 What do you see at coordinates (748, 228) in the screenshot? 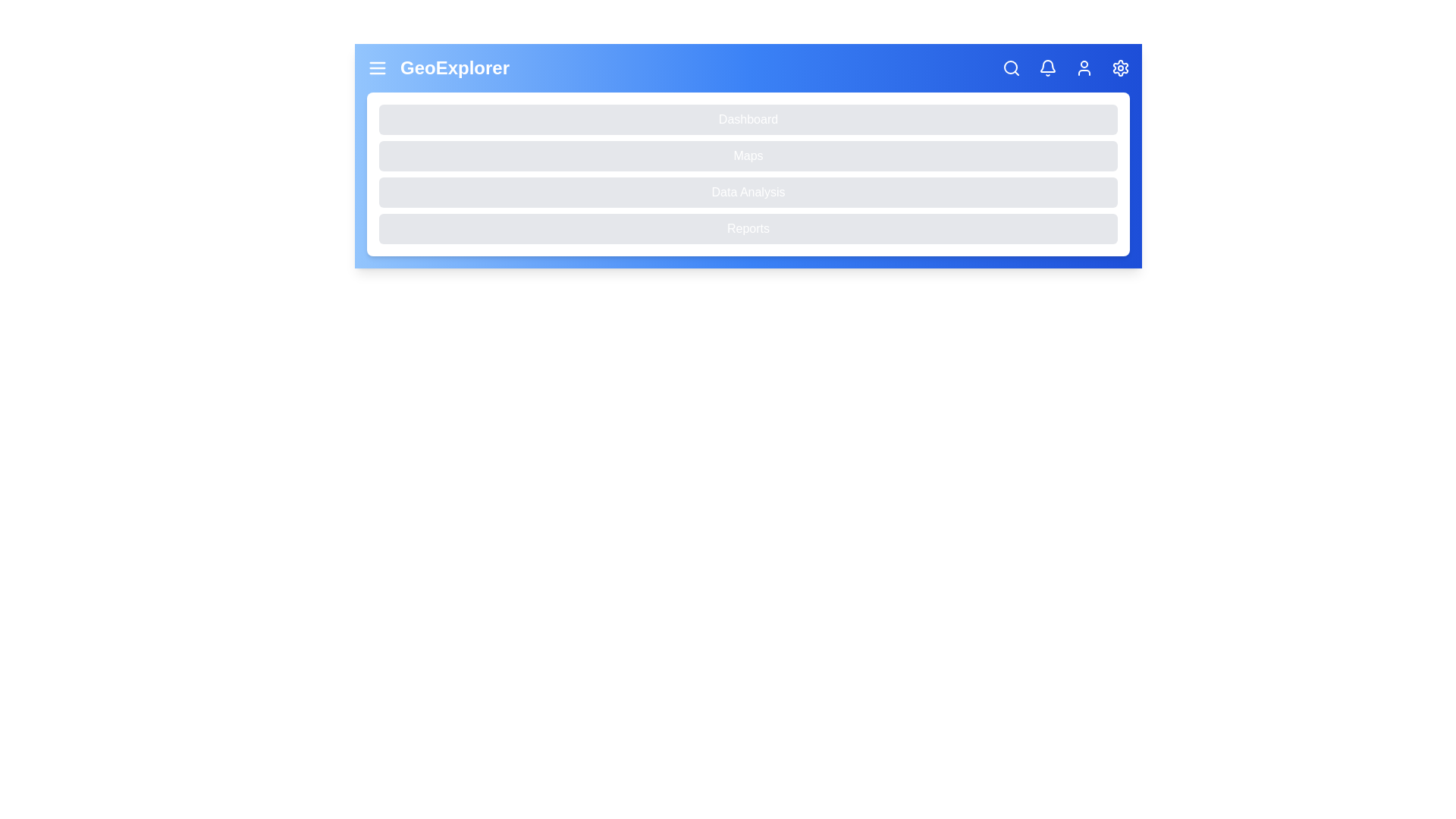
I see `the menu item labeled Reports to navigate to the corresponding section` at bounding box center [748, 228].